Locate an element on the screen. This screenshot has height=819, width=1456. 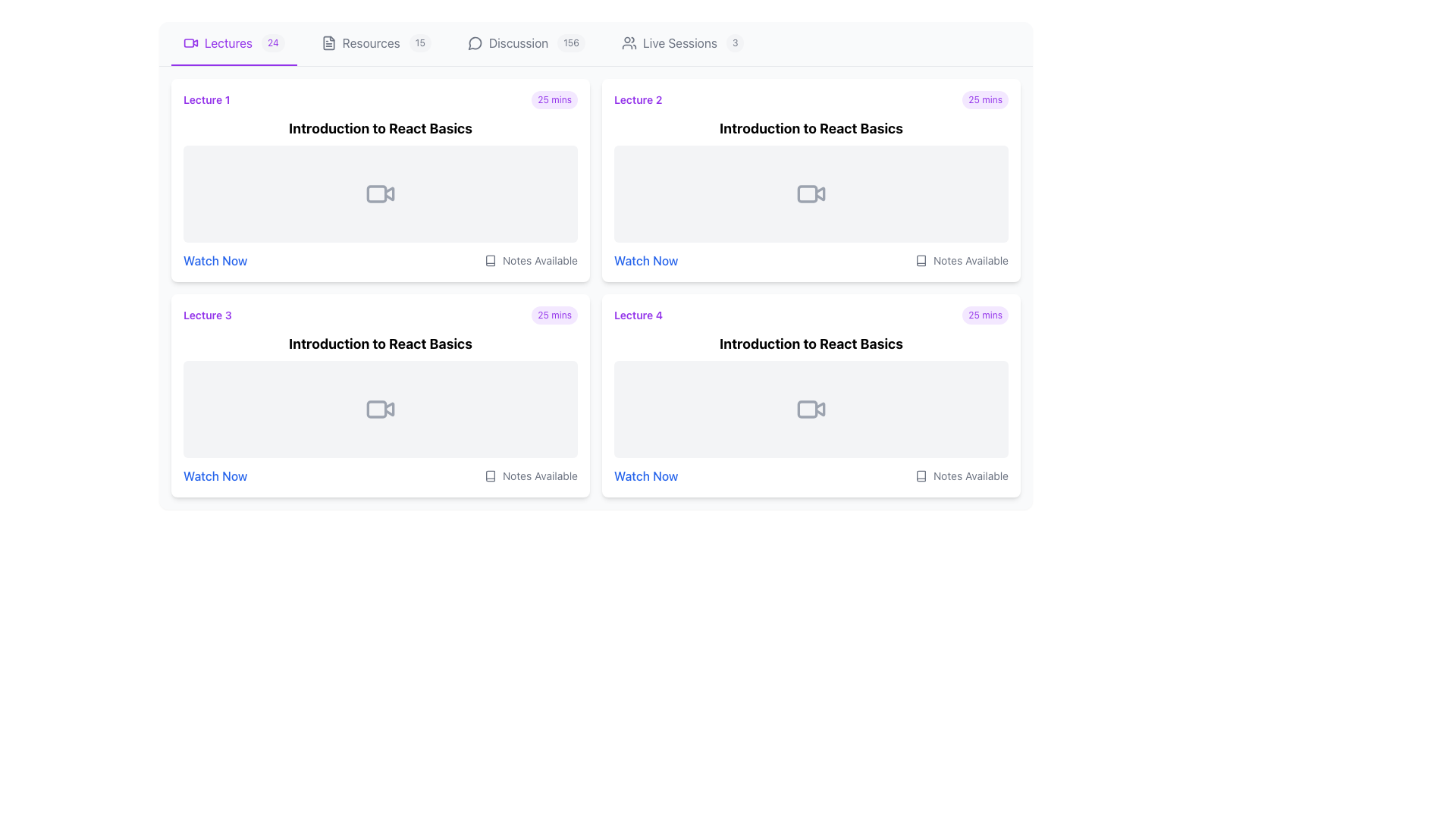
the speech bubble icon in the 'Discussion' section of the navigation bar, located to the left of the label 'Discussion' and above the numerical indicator '156' is located at coordinates (474, 42).